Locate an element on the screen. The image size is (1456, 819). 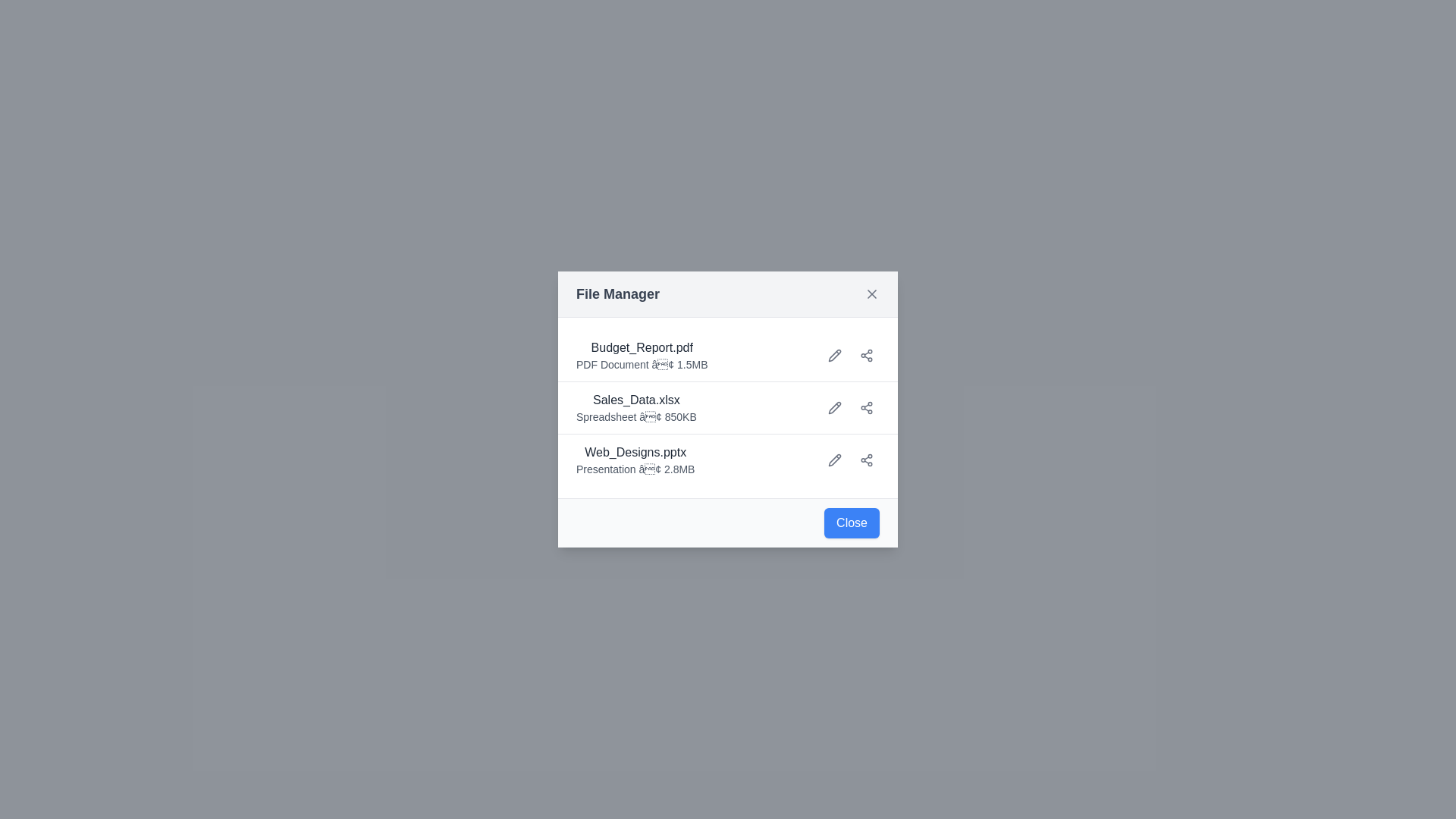
the share icon for the file named Budget_Report.pdf is located at coordinates (866, 356).